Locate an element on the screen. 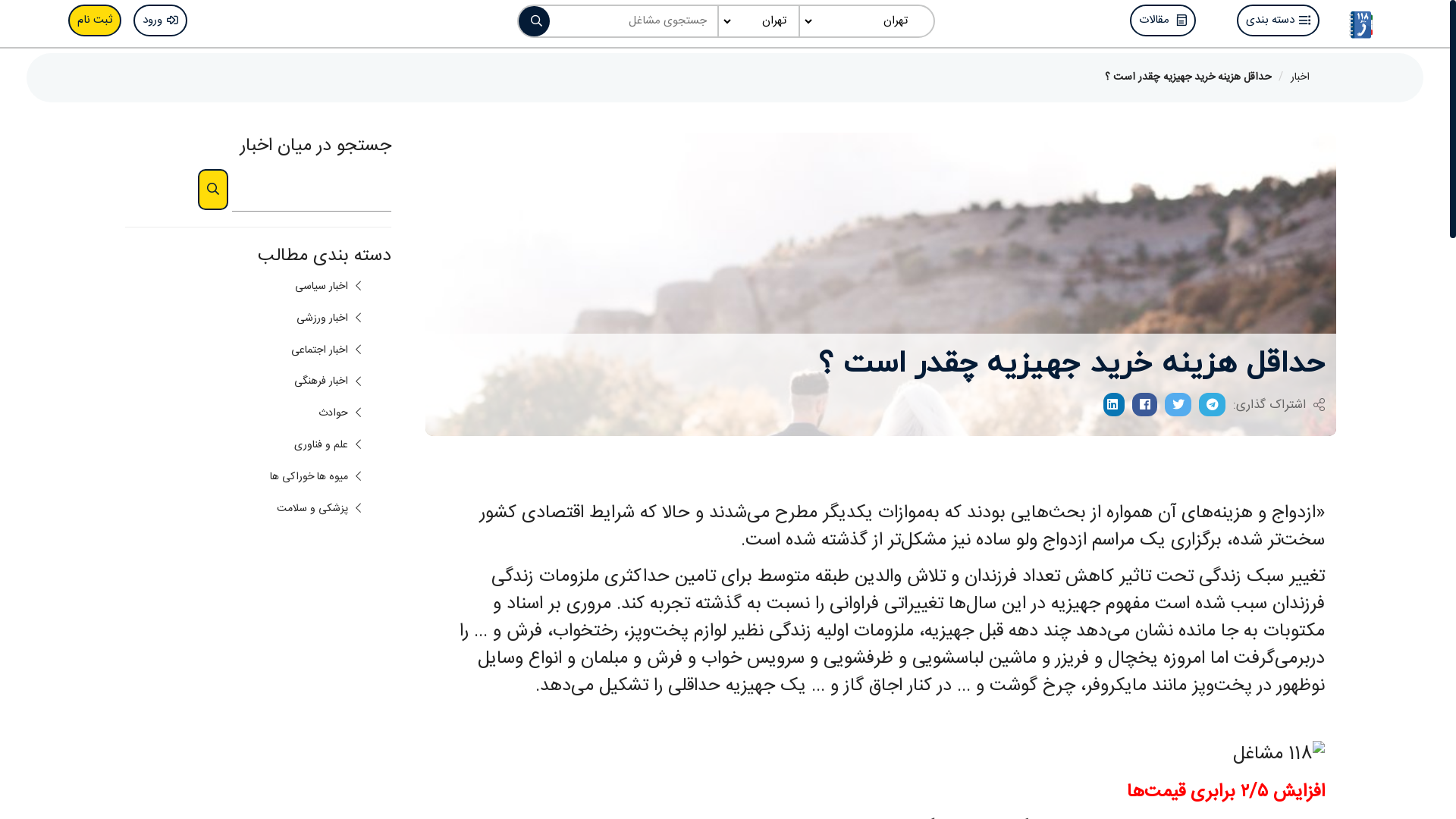 Image resolution: width=1456 pixels, height=819 pixels. 'Share on Twitter' is located at coordinates (1177, 403).